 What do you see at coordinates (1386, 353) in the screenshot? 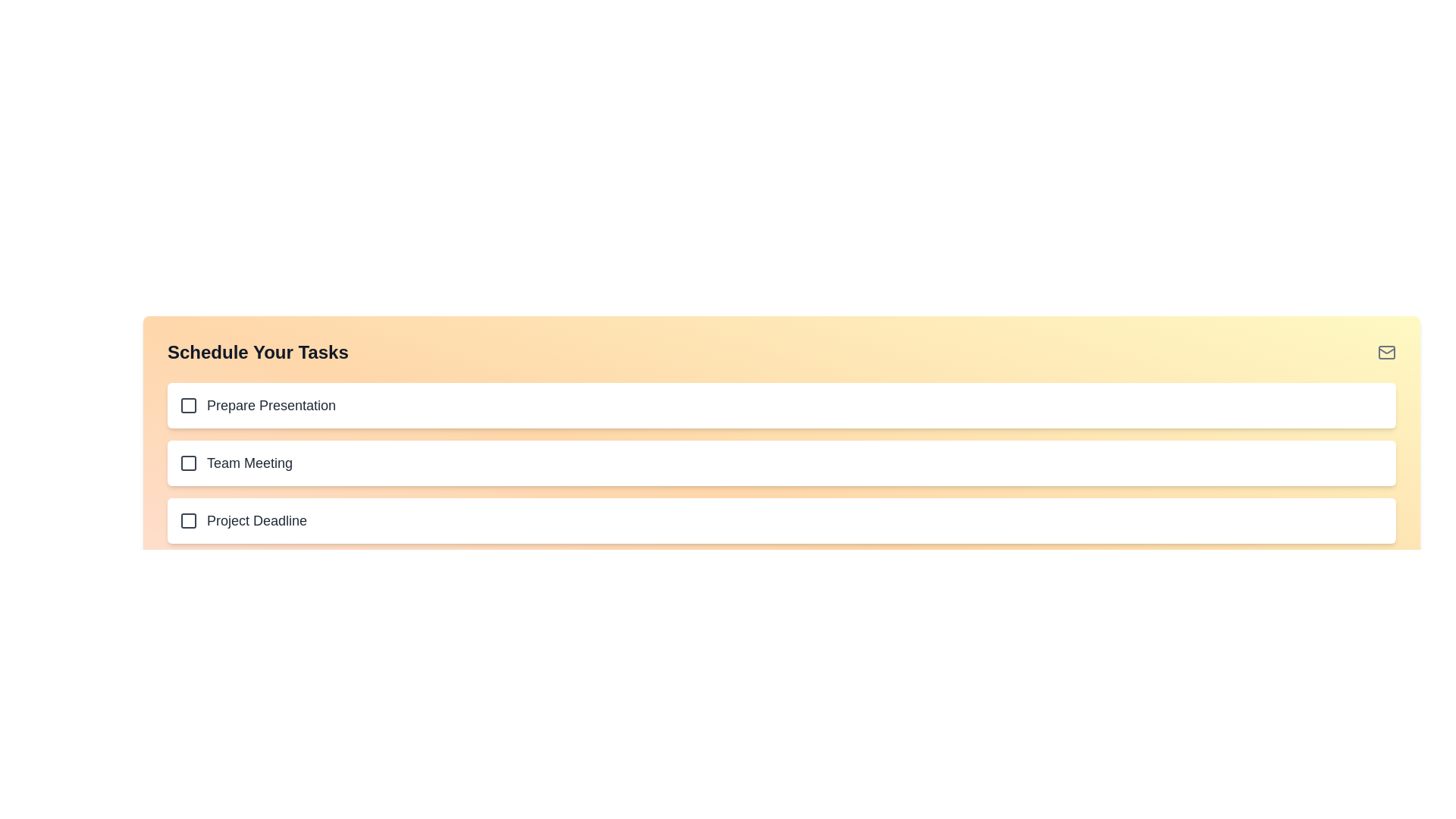
I see `the email icon located in the top-right corner of the 'Schedule Your Tasks' section` at bounding box center [1386, 353].